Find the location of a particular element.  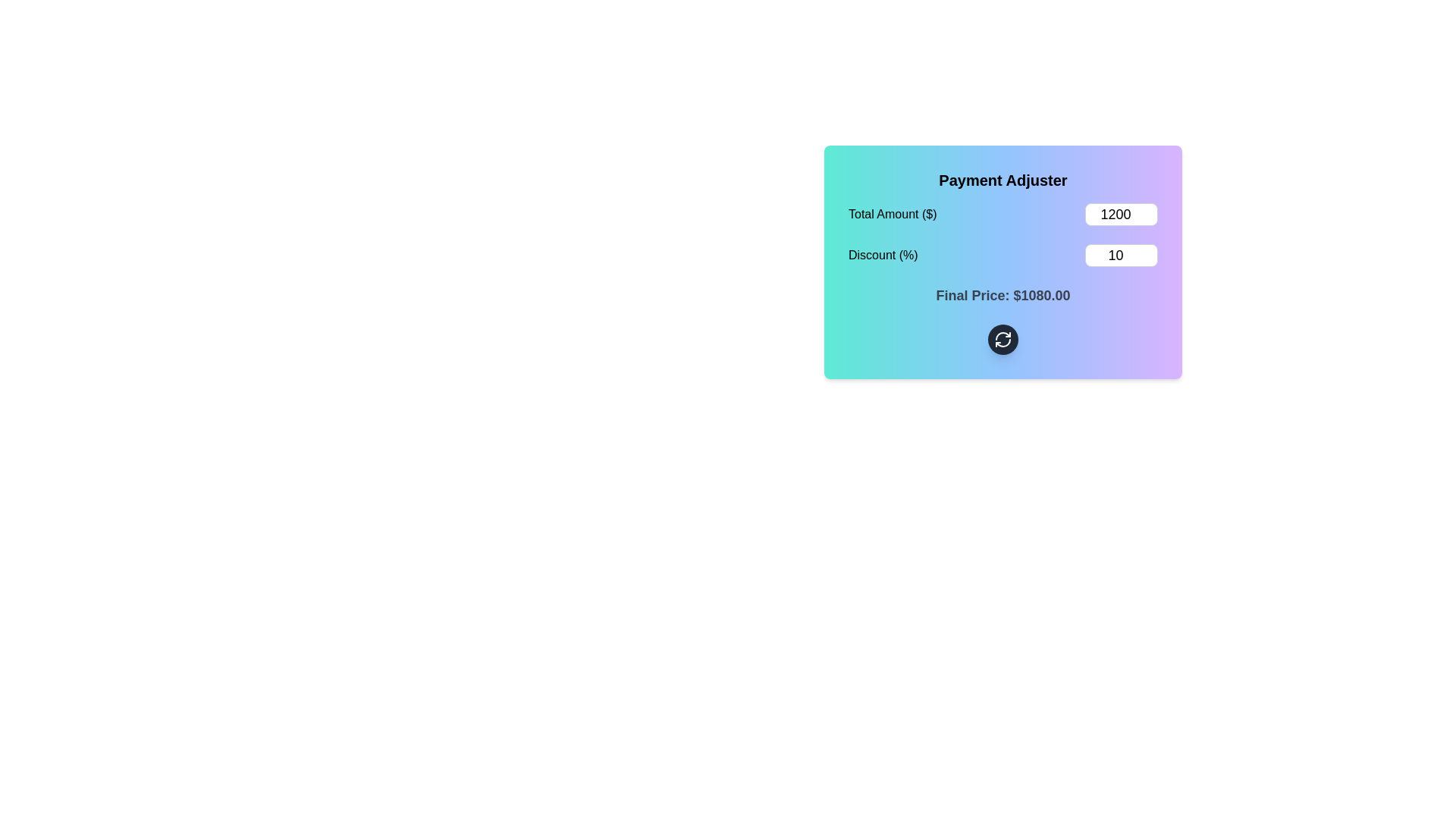

the circular refresh button with a dark background and white refresh icon located at the bottom center of the 'Payment Adjuster' interface card is located at coordinates (1003, 338).